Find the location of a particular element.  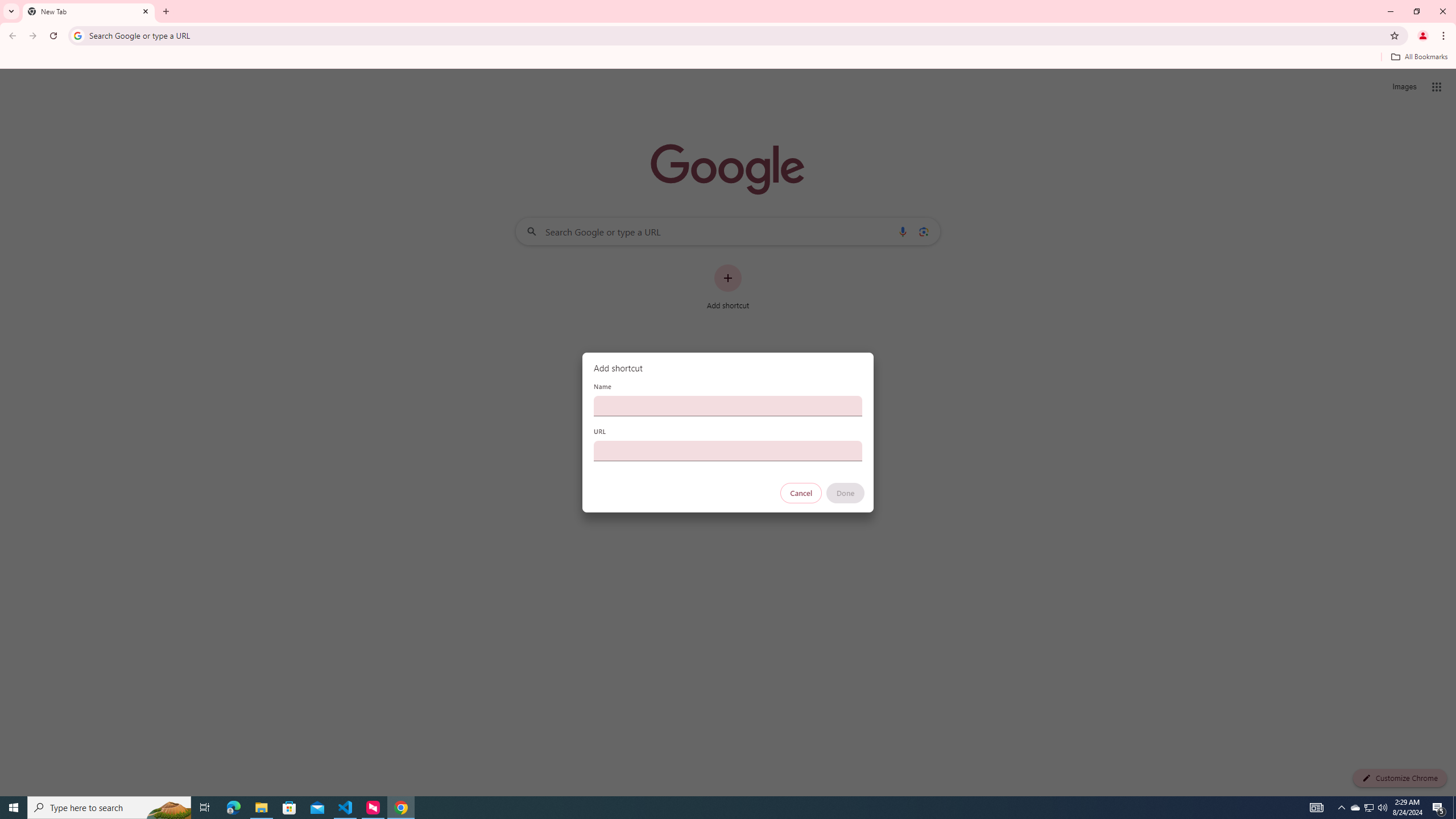

'URL' is located at coordinates (728, 450).